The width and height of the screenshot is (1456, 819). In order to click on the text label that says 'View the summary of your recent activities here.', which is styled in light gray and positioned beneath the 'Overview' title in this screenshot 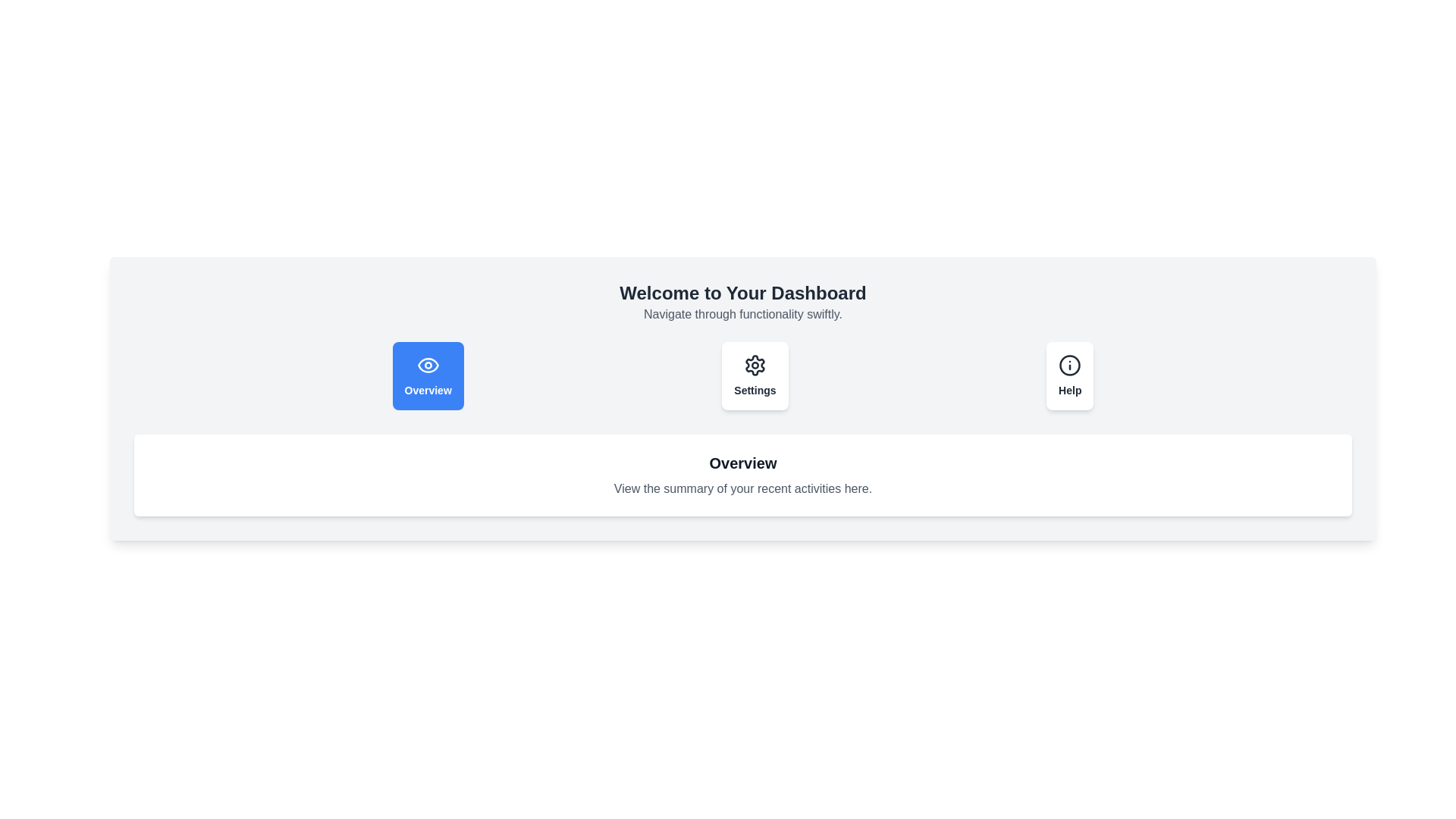, I will do `click(742, 488)`.